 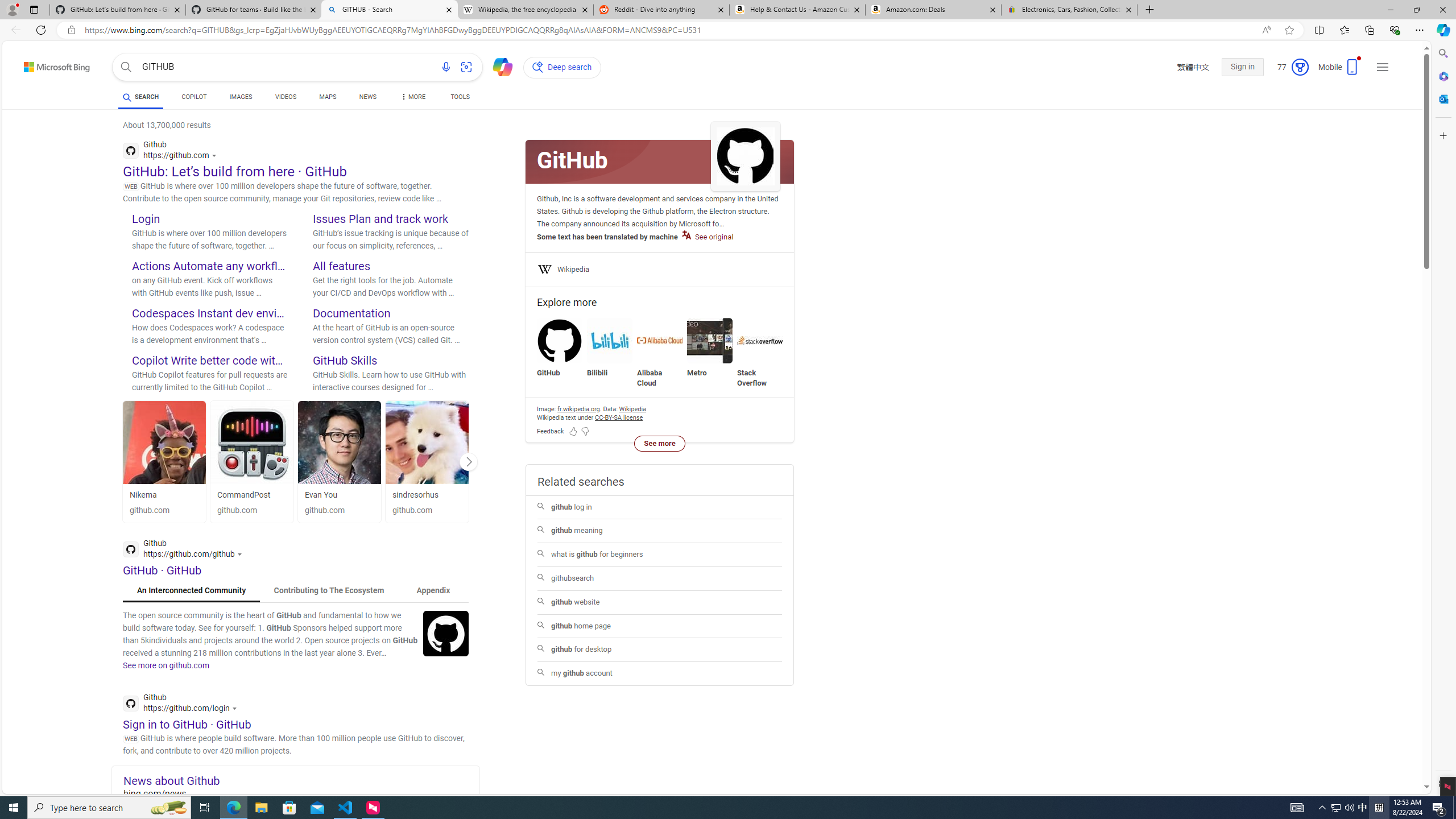 I want to click on 'Image attribution fr.wikipedia.org', so click(x=578, y=409).